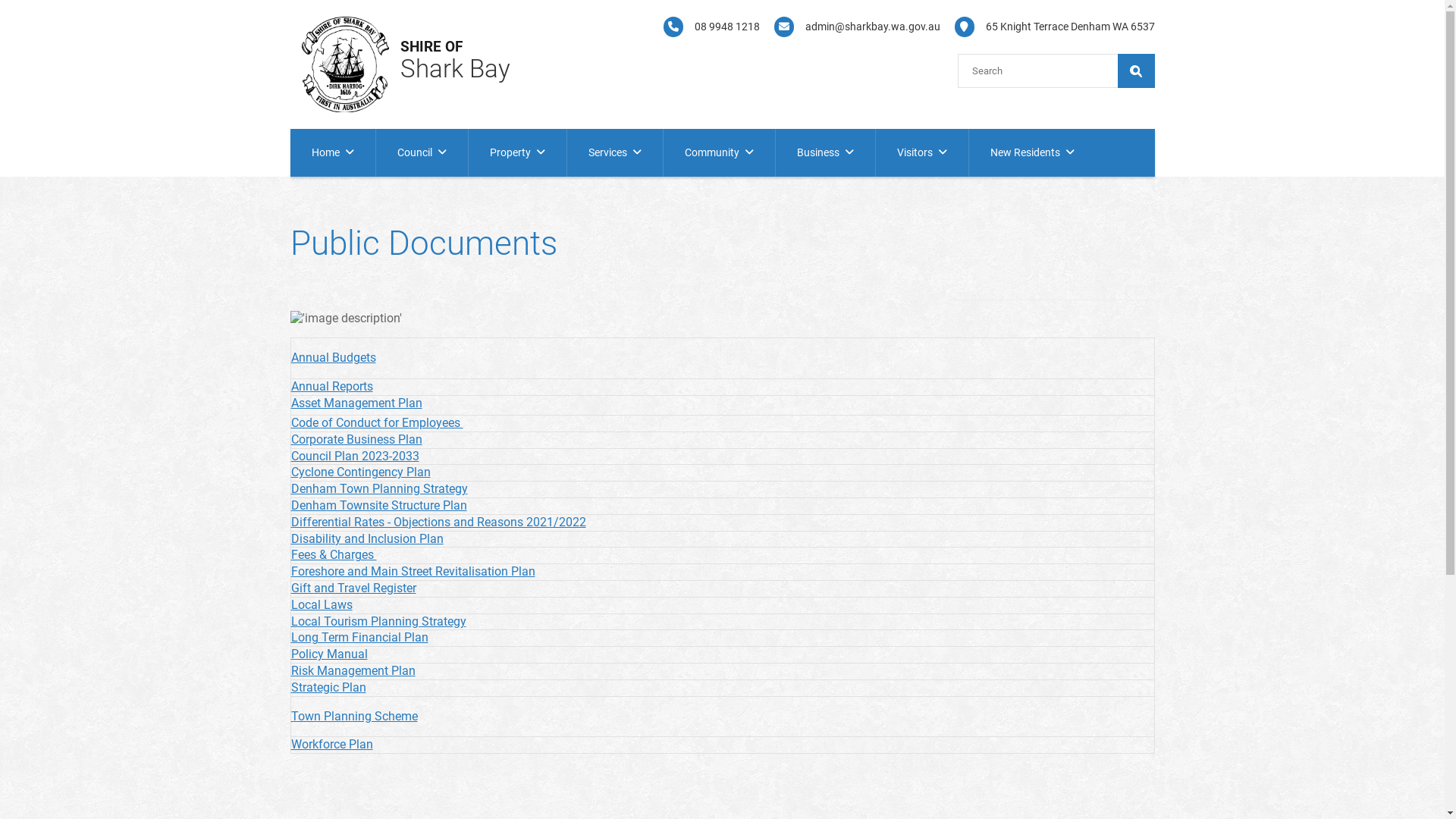 This screenshot has height=819, width=1456. What do you see at coordinates (717, 152) in the screenshot?
I see `'Community'` at bounding box center [717, 152].